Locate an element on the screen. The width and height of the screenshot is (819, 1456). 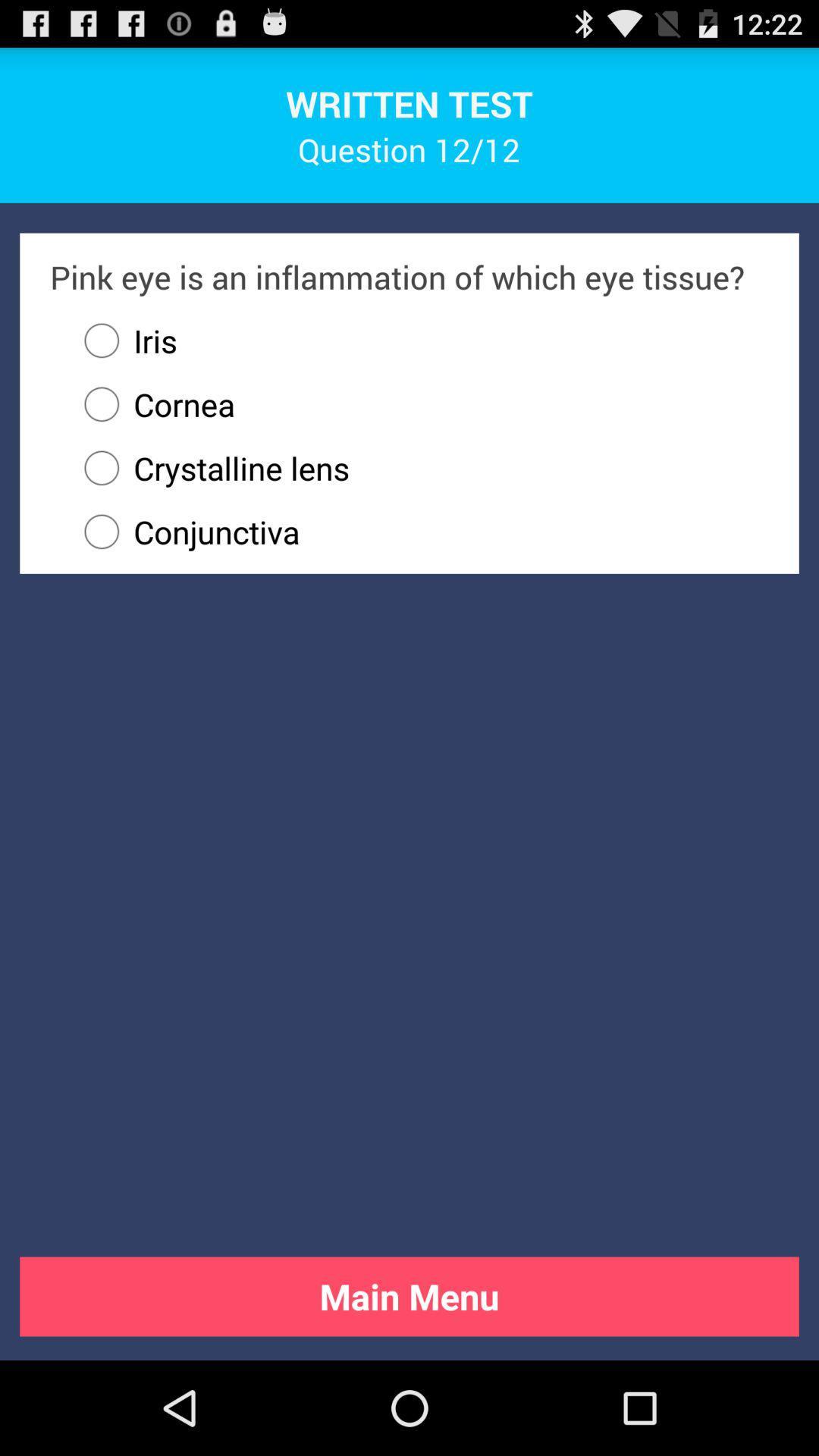
the main menu button is located at coordinates (409, 1295).